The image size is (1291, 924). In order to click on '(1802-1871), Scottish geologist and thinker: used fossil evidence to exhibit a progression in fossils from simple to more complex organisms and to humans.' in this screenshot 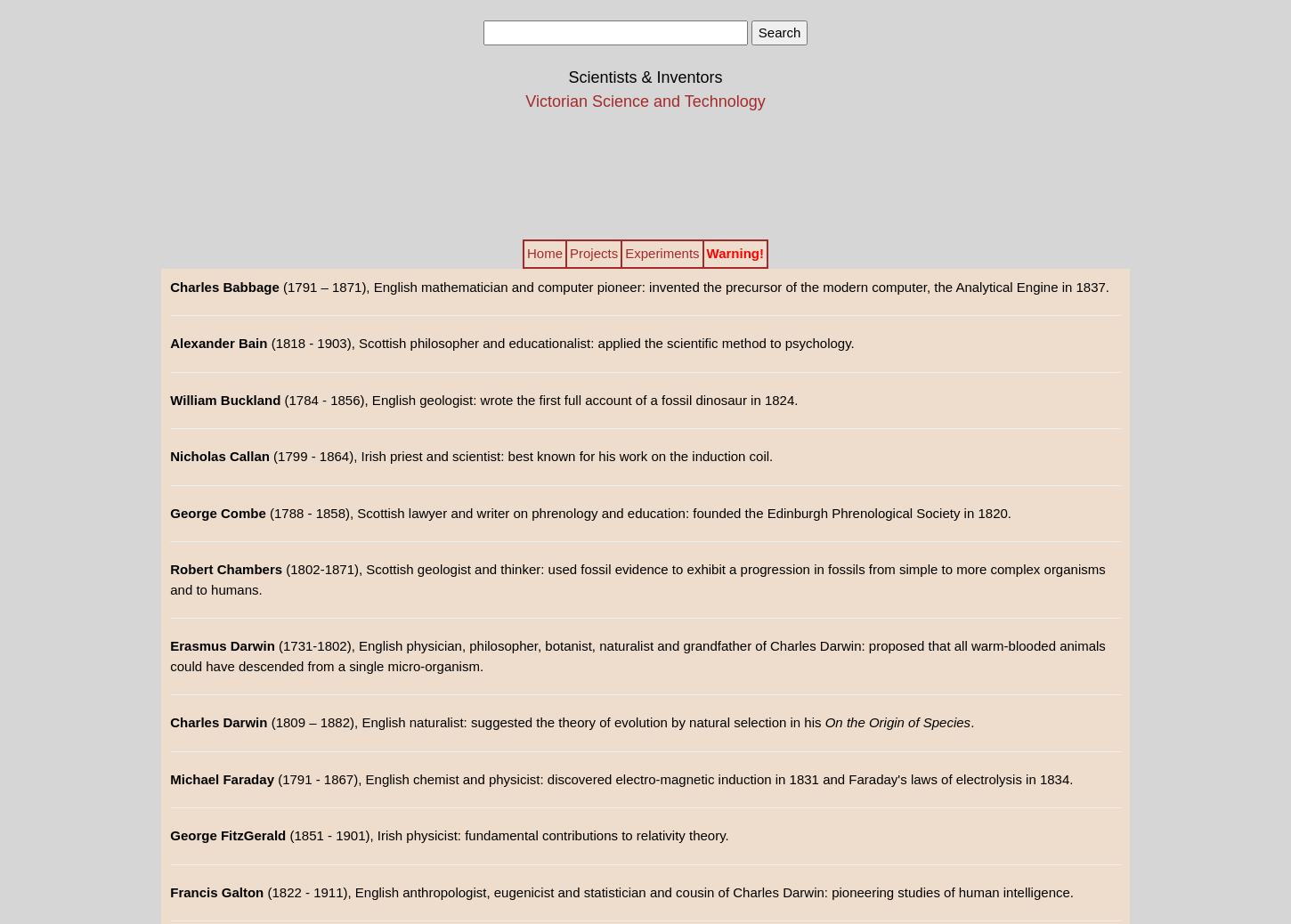, I will do `click(637, 578)`.